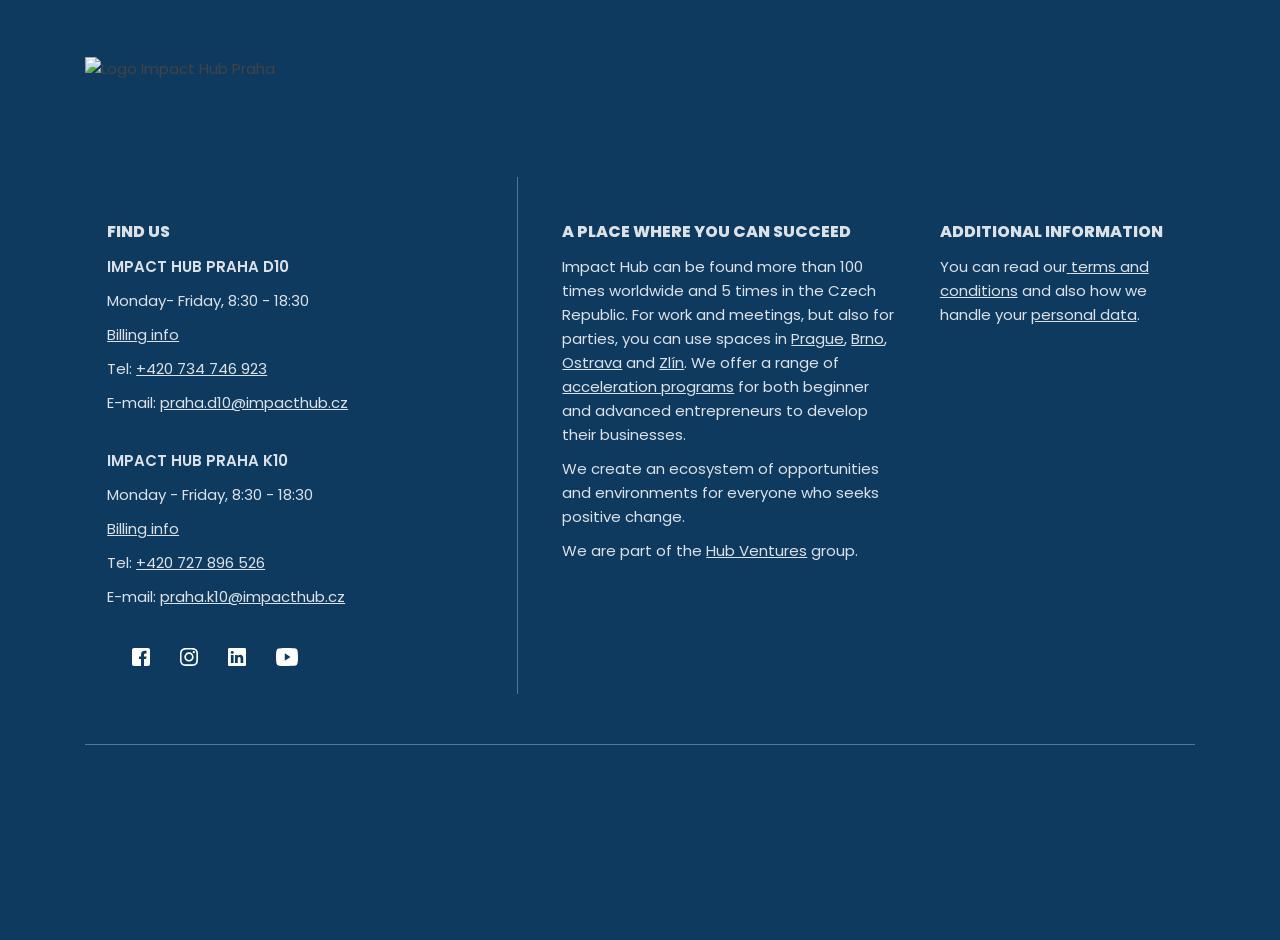  Describe the element at coordinates (867, 338) in the screenshot. I see `'Brno'` at that location.